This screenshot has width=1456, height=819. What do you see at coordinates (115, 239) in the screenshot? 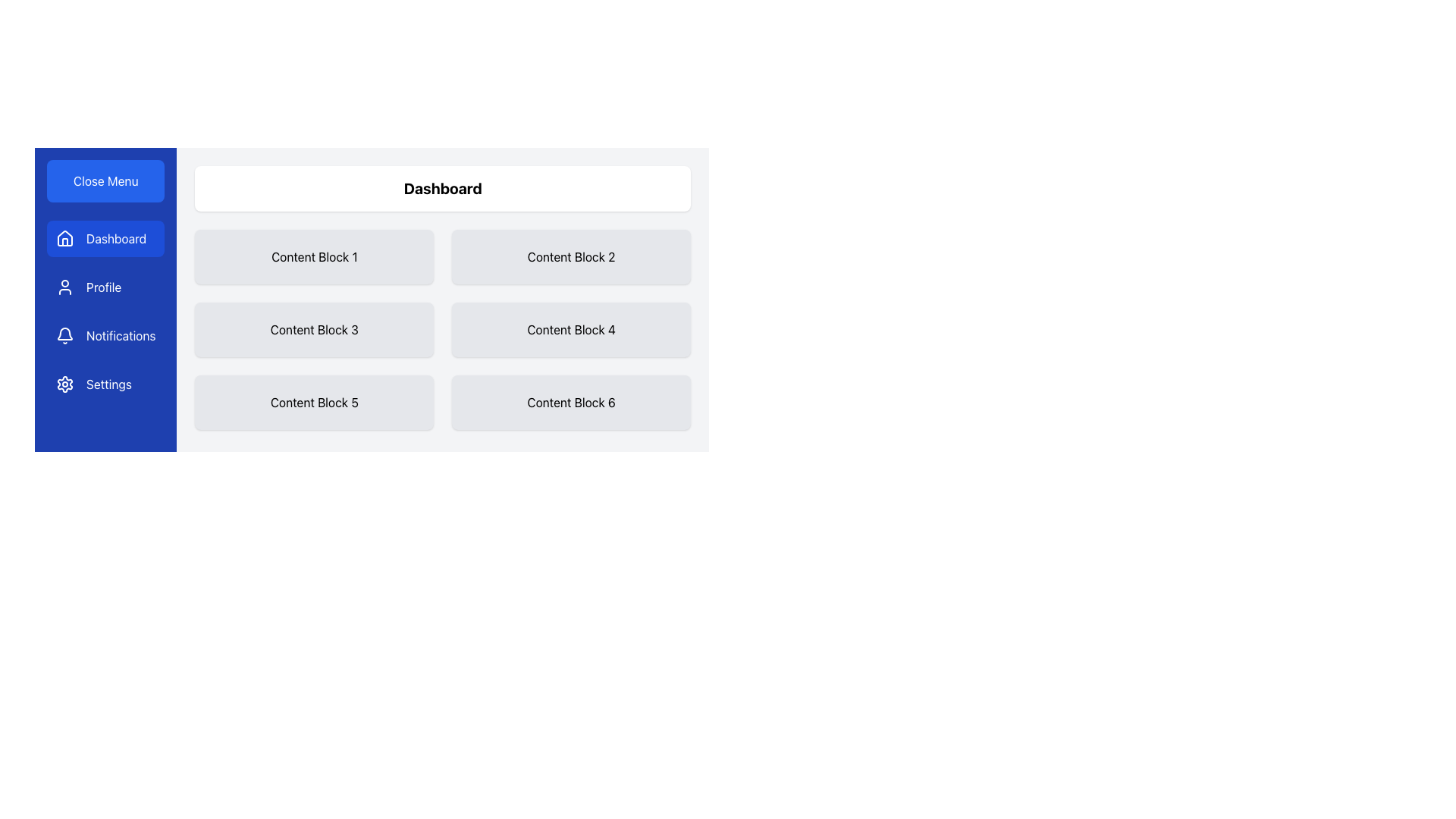
I see `the label element that serves as a descriptor for the corresponding menu item, located after a house icon and being the first textual item in its group` at bounding box center [115, 239].